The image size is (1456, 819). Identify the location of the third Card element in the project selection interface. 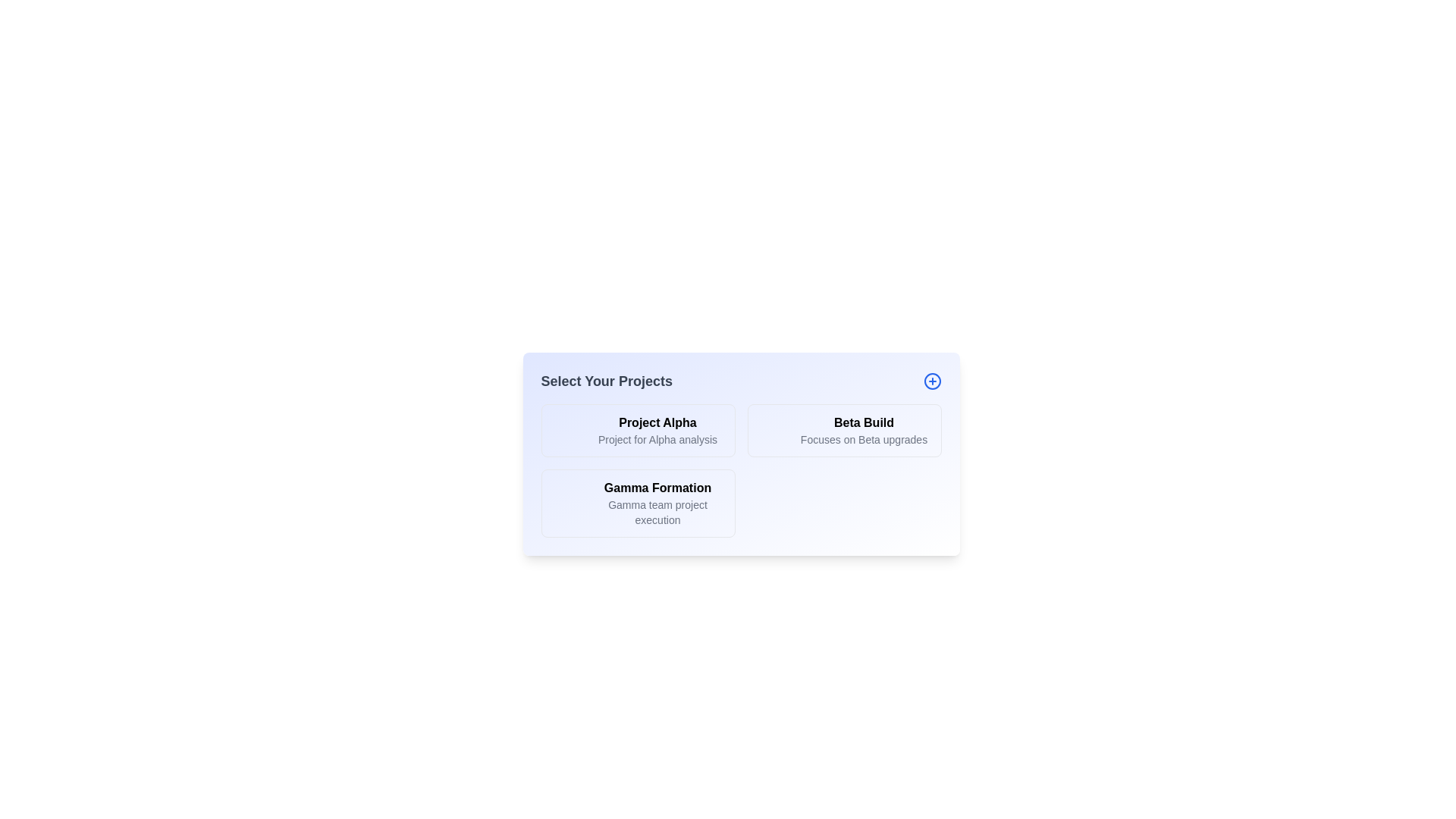
(638, 503).